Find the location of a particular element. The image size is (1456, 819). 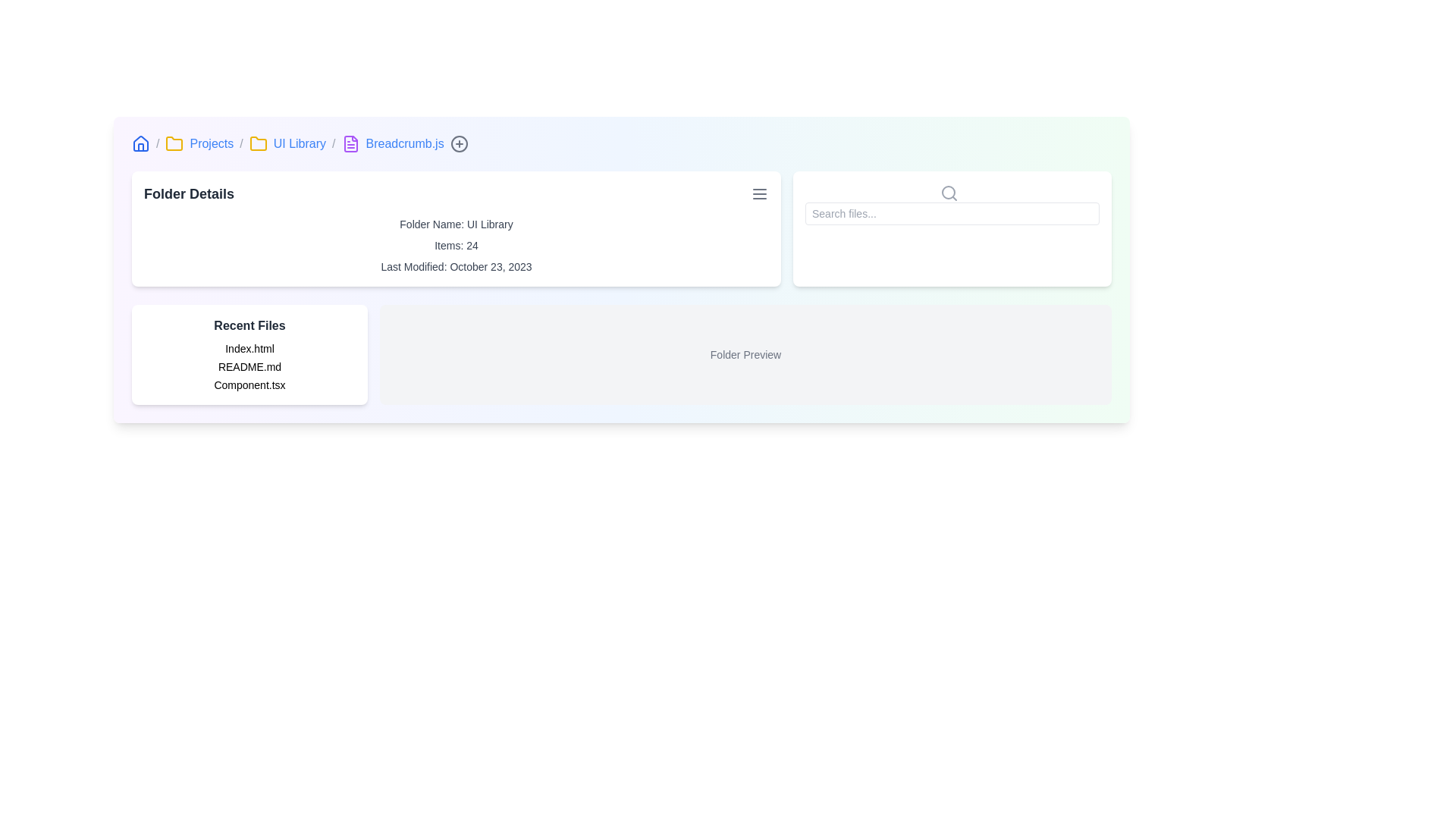

the folder icon located as the second icon in the breadcrumb navigation bar, positioned between the home icon and the text labeled 'Projects' is located at coordinates (174, 143).